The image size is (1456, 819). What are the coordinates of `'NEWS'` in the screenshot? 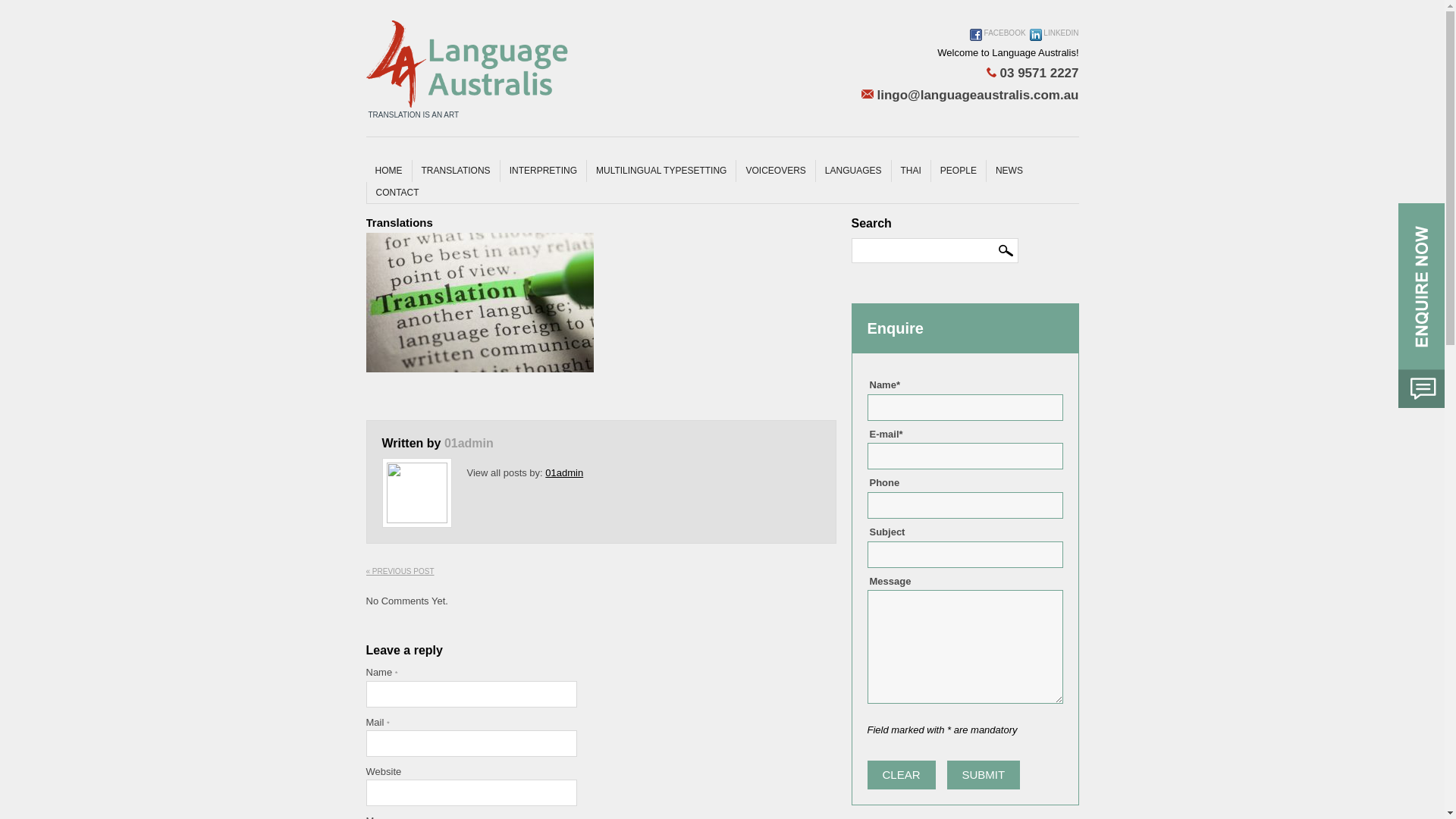 It's located at (1009, 171).